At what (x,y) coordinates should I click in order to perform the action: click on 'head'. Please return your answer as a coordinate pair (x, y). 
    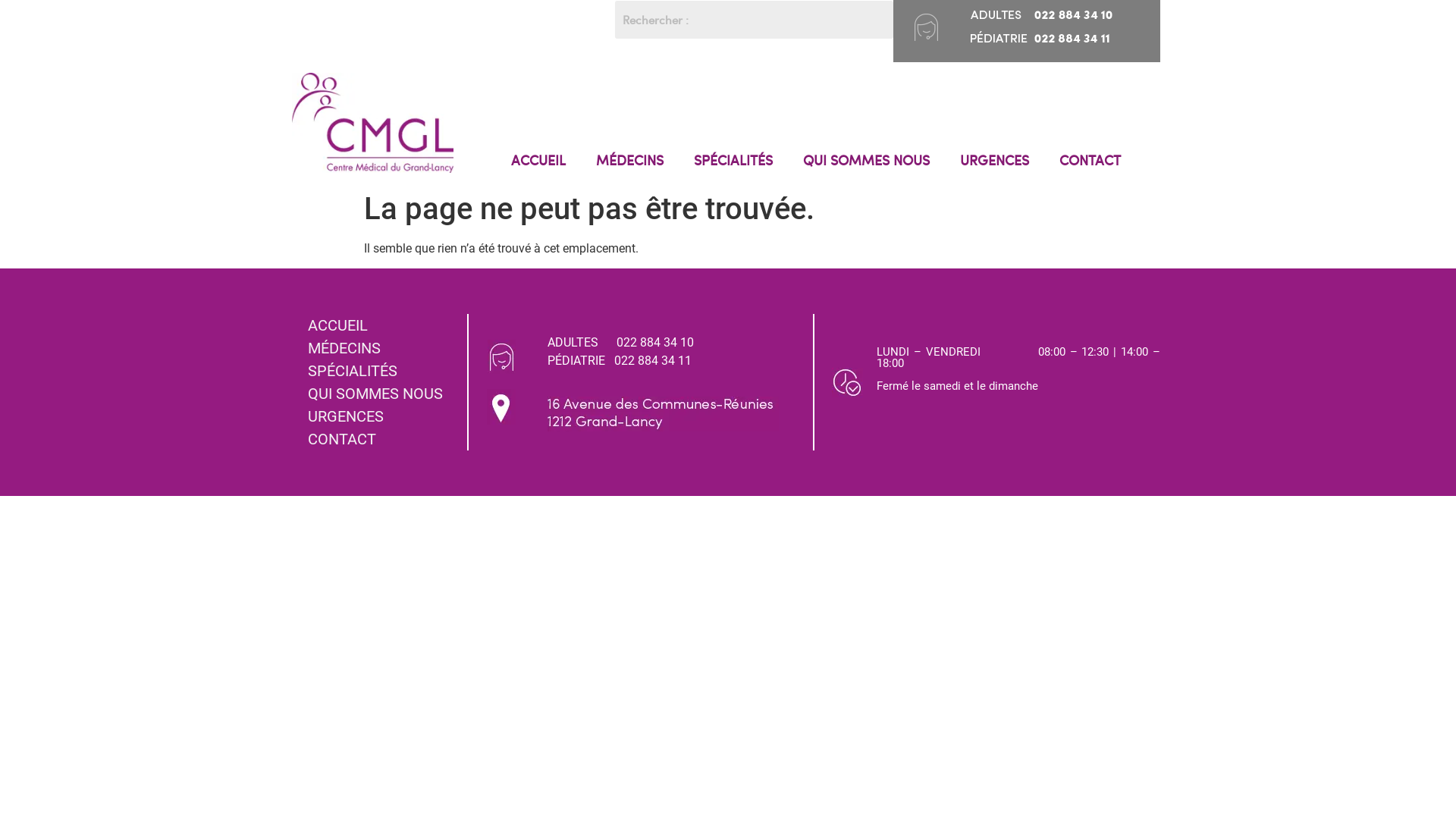
    Looking at the image, I should click on (913, 26).